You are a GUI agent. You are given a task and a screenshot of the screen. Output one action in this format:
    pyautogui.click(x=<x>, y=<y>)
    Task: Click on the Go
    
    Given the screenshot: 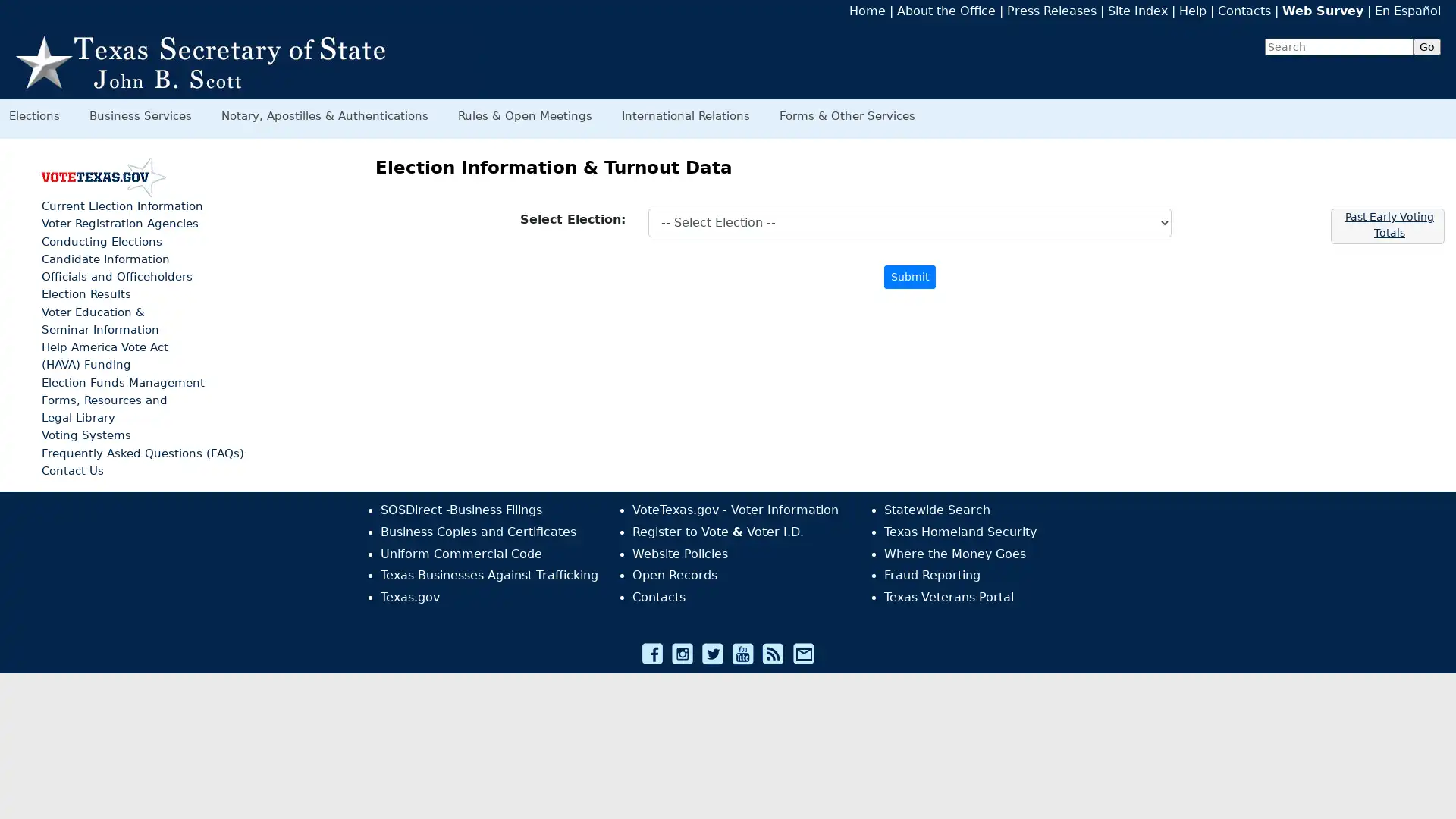 What is the action you would take?
    pyautogui.click(x=1426, y=45)
    